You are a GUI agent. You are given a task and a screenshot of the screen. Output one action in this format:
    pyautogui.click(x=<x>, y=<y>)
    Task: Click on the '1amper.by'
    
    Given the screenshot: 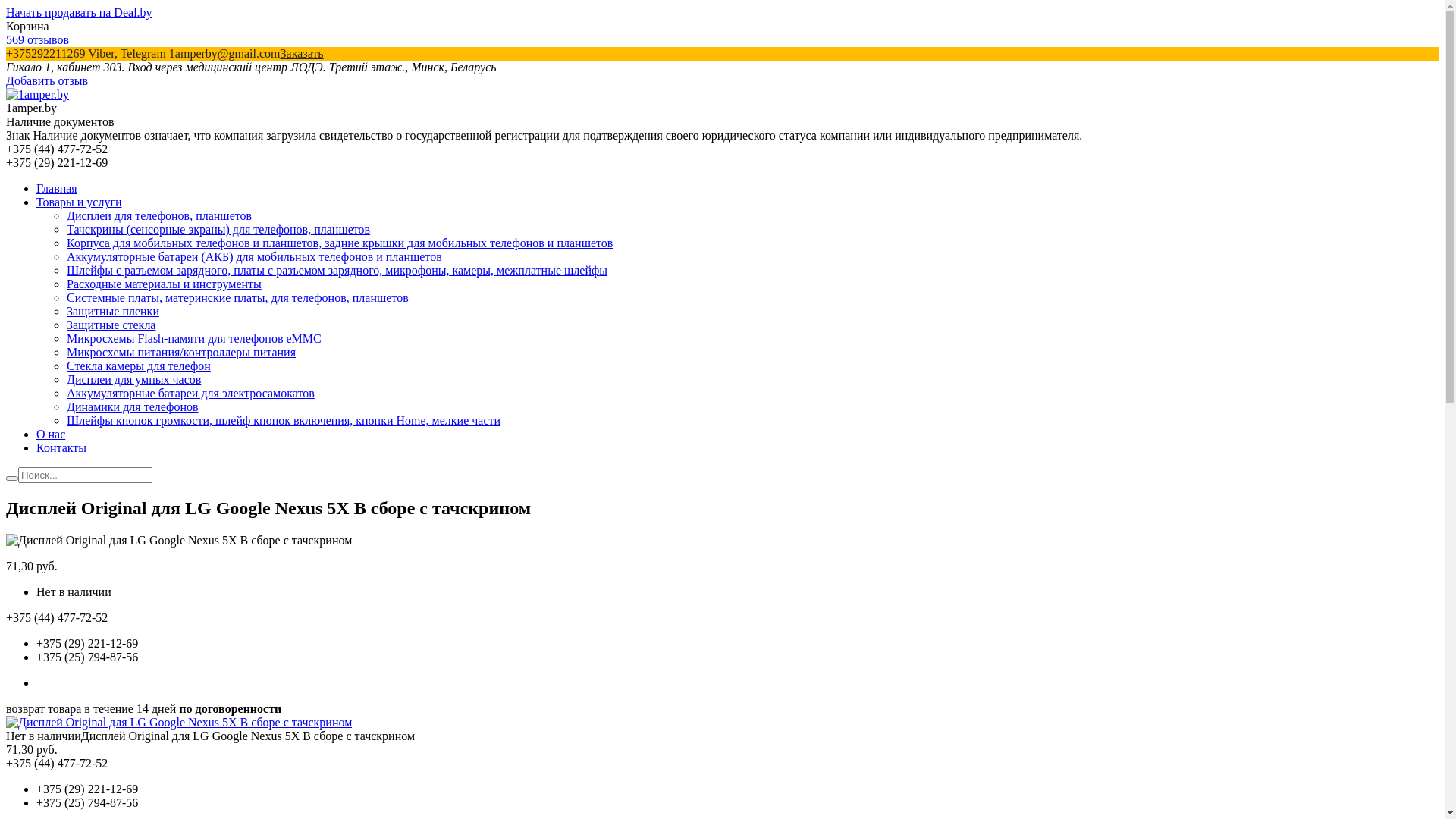 What is the action you would take?
    pyautogui.click(x=6, y=94)
    